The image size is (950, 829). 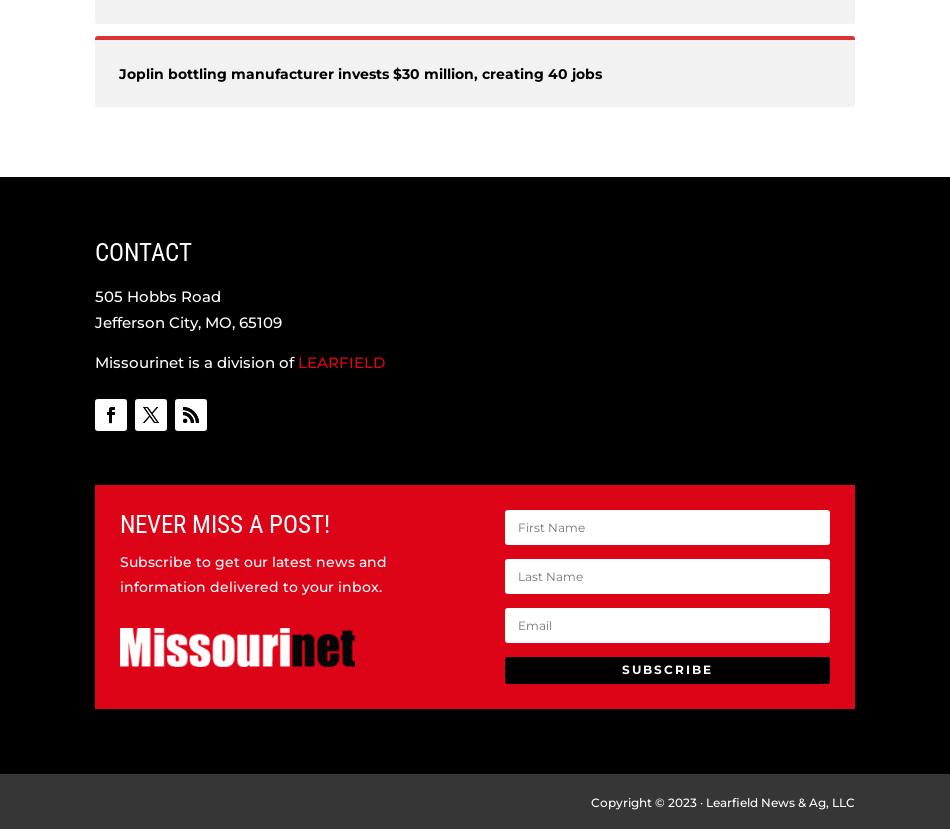 What do you see at coordinates (224, 522) in the screenshot?
I see `'NEVER MISS A POST!'` at bounding box center [224, 522].